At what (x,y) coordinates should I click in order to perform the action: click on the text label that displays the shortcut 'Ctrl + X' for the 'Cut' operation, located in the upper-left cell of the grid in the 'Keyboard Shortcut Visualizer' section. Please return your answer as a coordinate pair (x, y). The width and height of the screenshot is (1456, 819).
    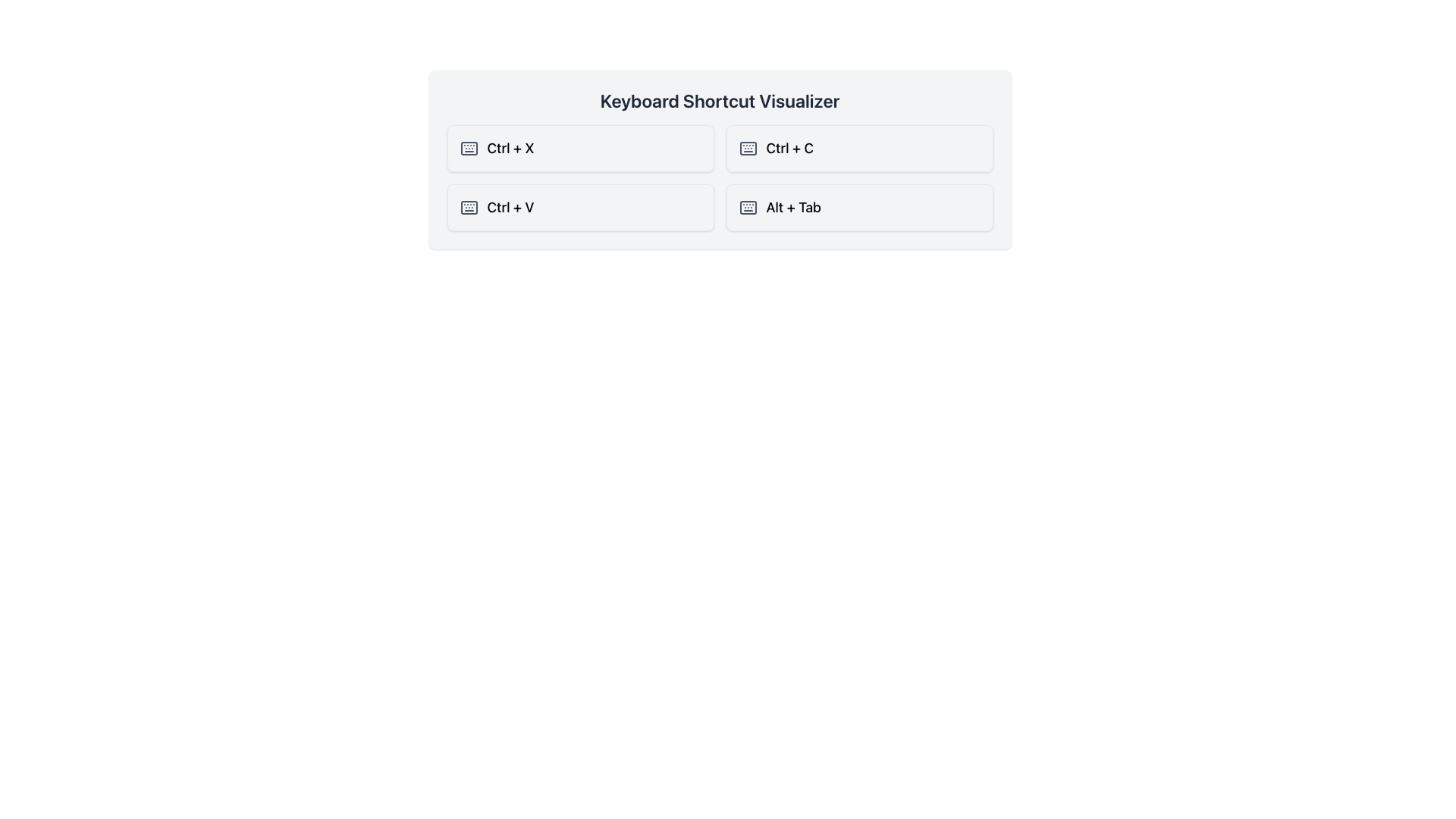
    Looking at the image, I should click on (510, 149).